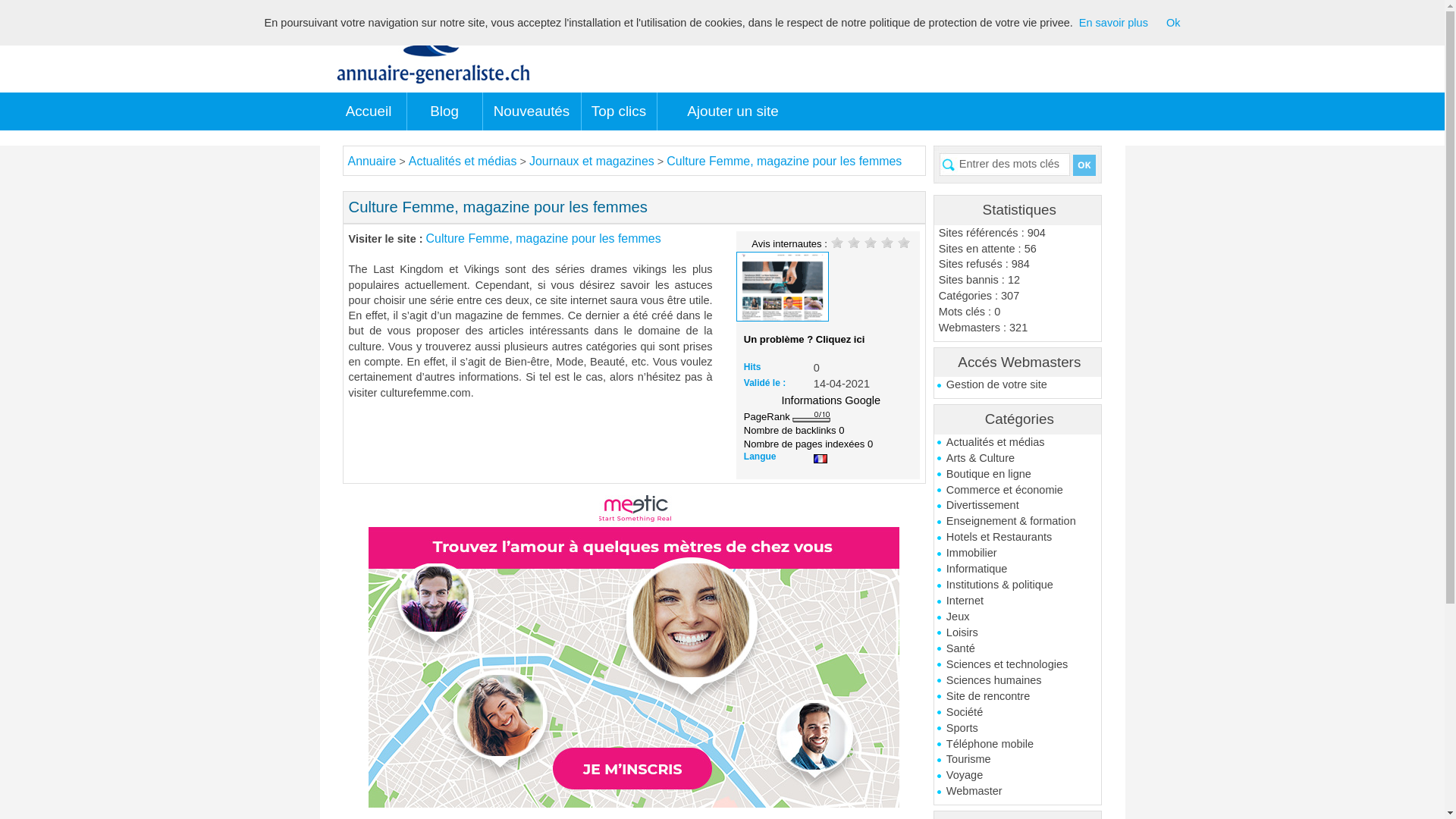 This screenshot has height=819, width=1456. Describe the element at coordinates (591, 161) in the screenshot. I see `'Journaux et magazines'` at that location.